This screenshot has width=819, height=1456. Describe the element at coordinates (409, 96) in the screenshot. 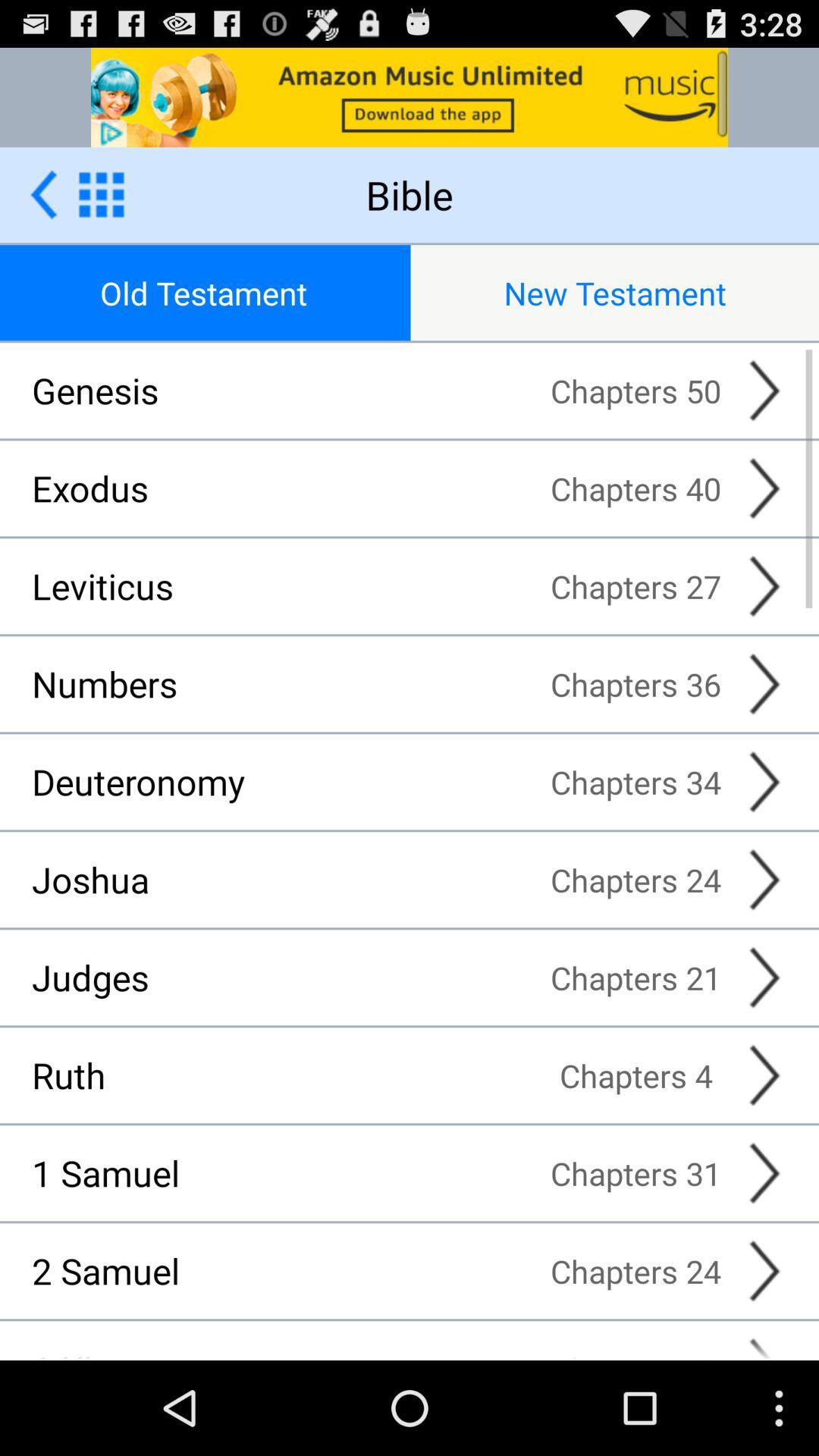

I see `advertisement` at that location.